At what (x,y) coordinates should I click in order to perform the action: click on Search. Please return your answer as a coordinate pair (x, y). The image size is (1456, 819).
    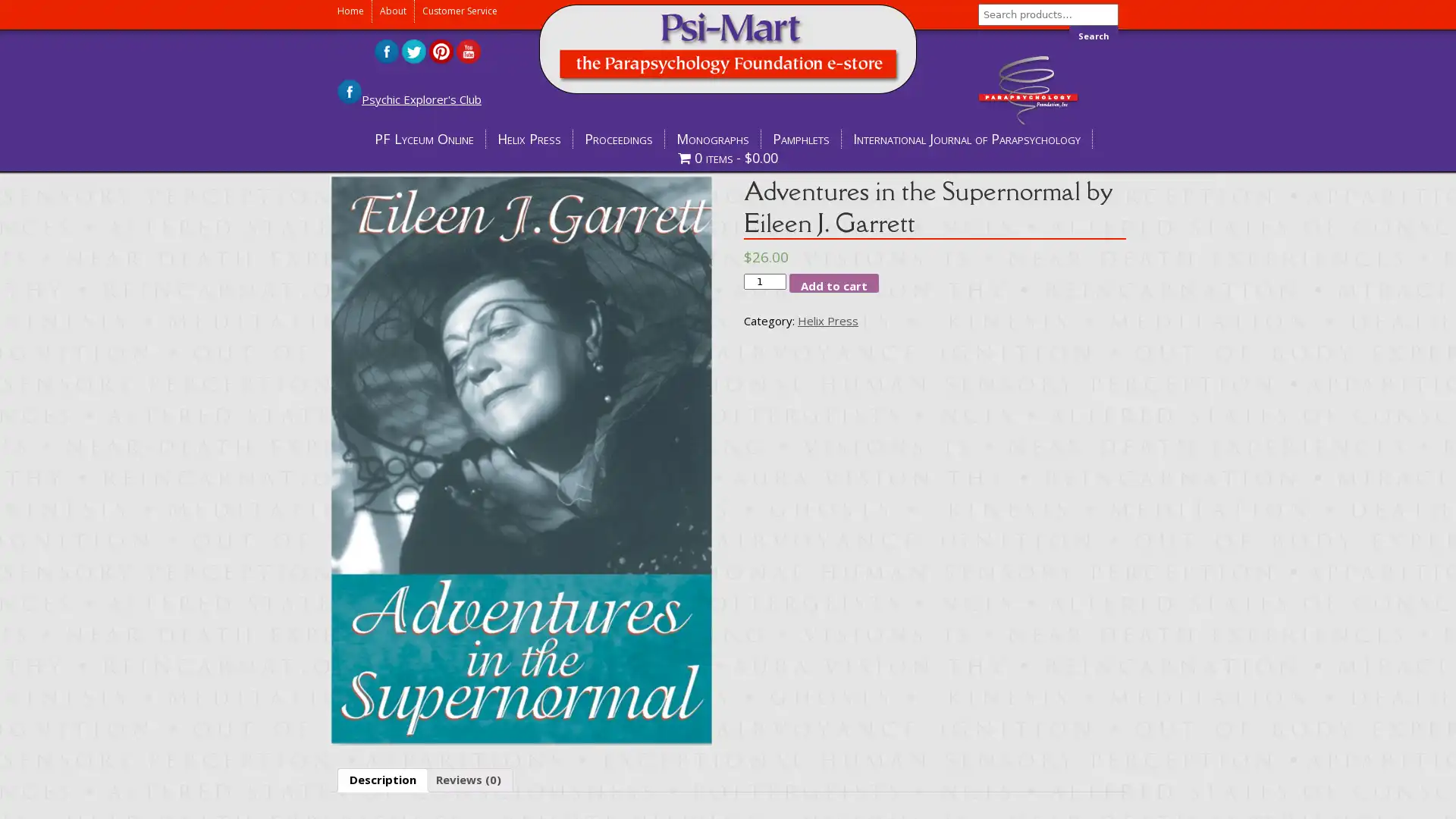
    Looking at the image, I should click on (1094, 35).